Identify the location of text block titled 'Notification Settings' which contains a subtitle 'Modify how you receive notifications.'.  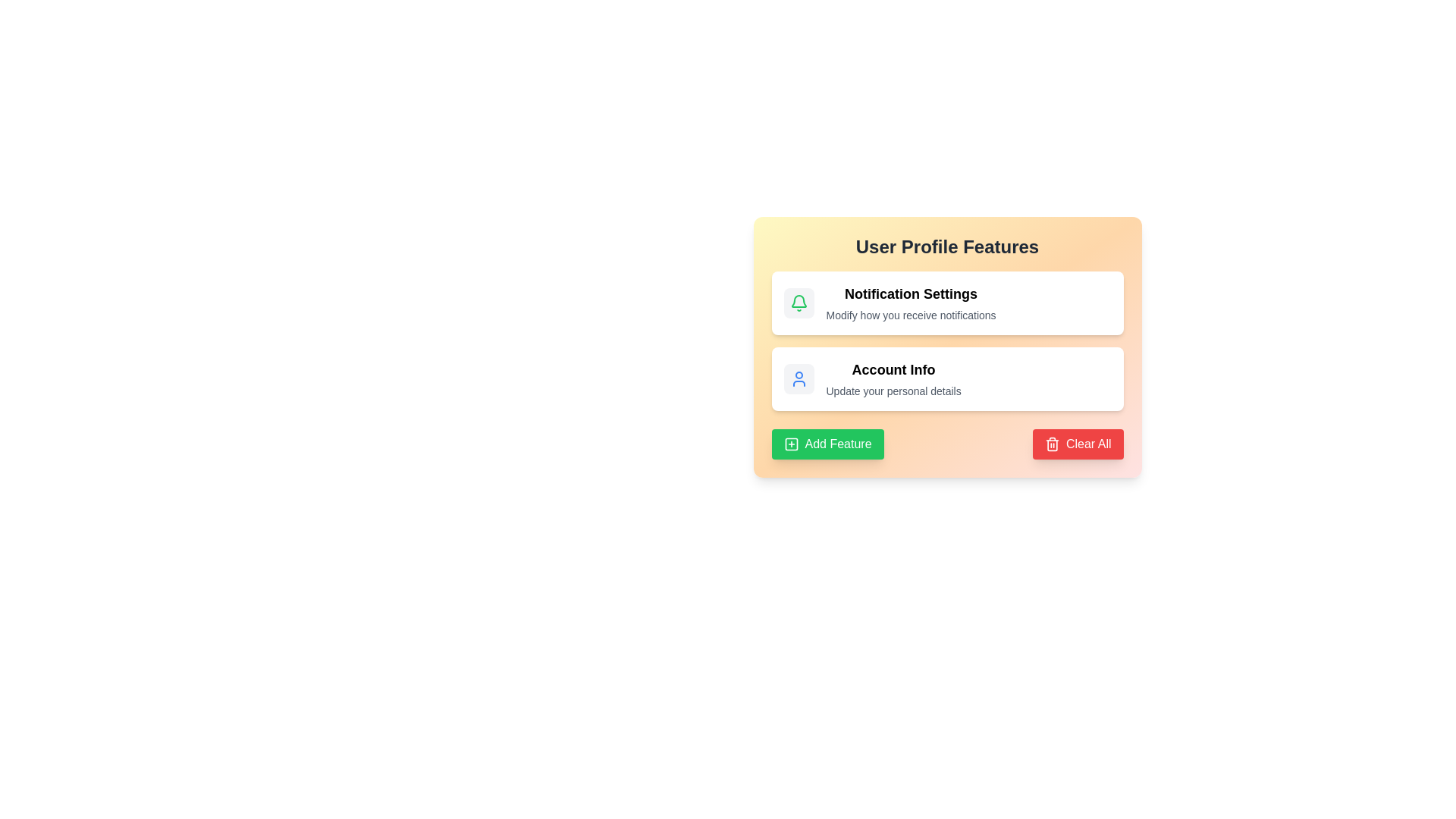
(910, 303).